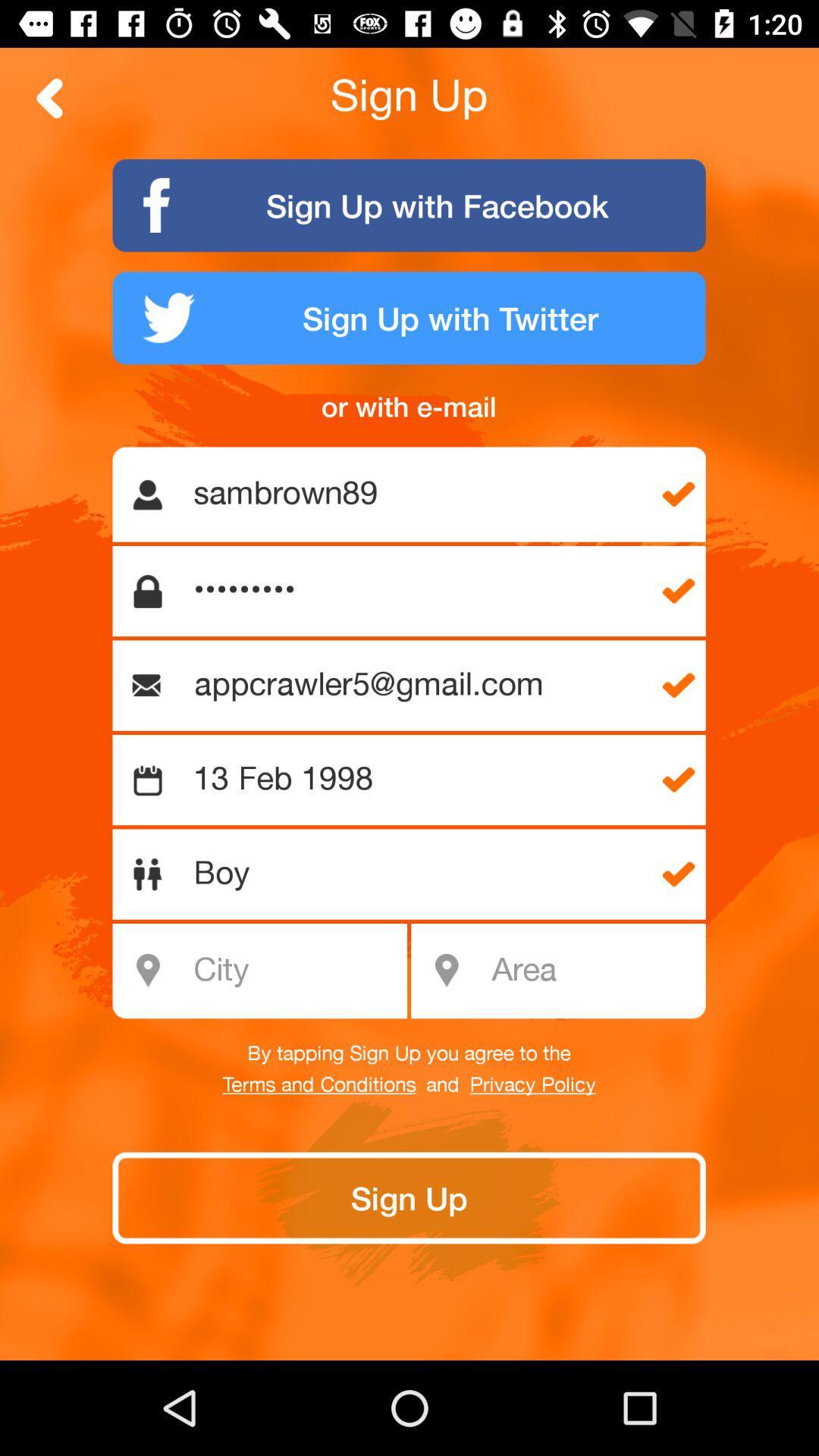 Image resolution: width=819 pixels, height=1456 pixels. Describe the element at coordinates (593, 971) in the screenshot. I see `location selection` at that location.